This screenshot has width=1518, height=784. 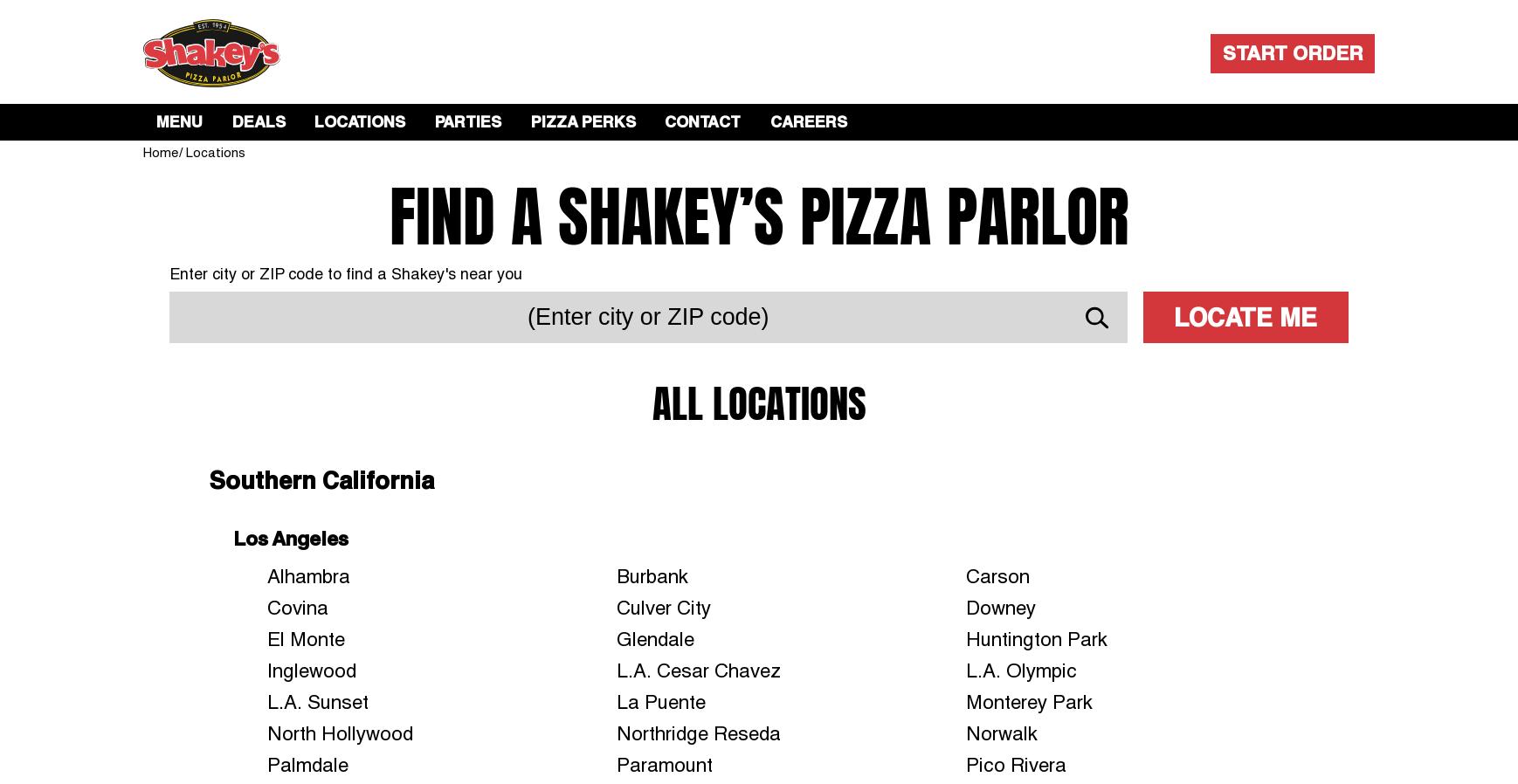 What do you see at coordinates (1036, 638) in the screenshot?
I see `'Huntington Park'` at bounding box center [1036, 638].